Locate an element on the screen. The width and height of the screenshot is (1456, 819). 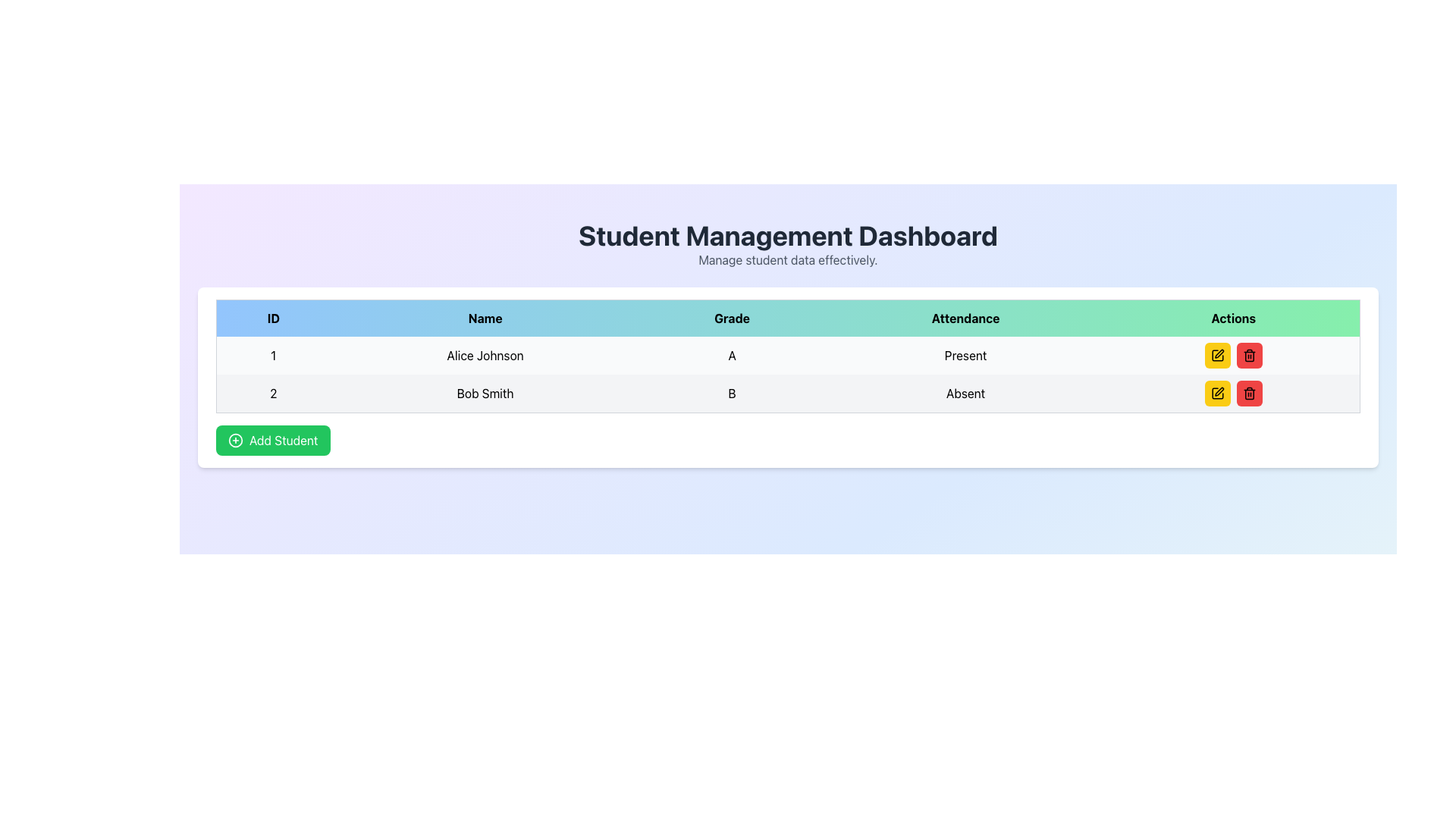
the circular '+' icon located on the left side of the green 'Add Student' button, positioned below the student records table is located at coordinates (235, 441).